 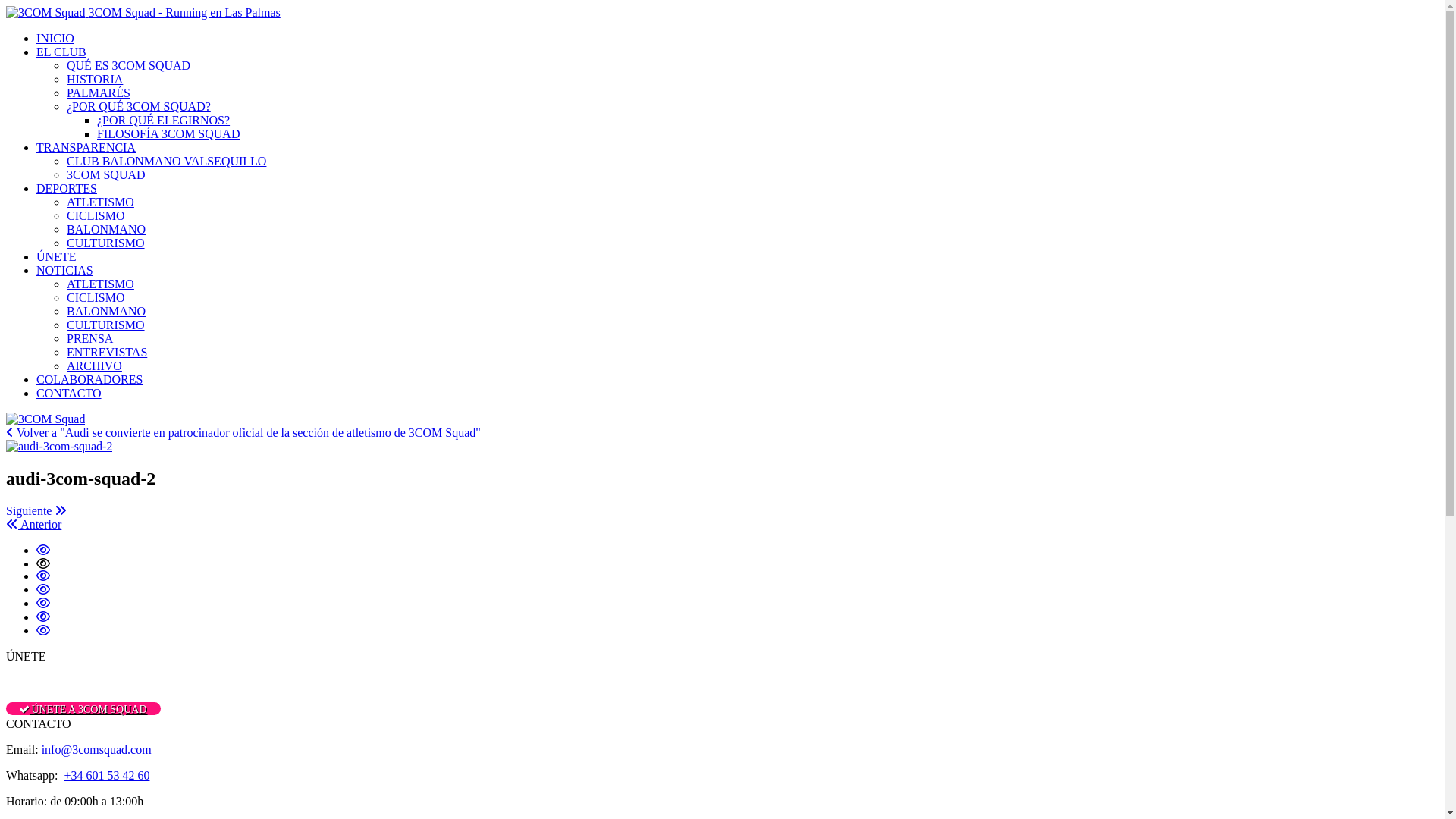 I want to click on 'HISTORIA', so click(x=93, y=79).